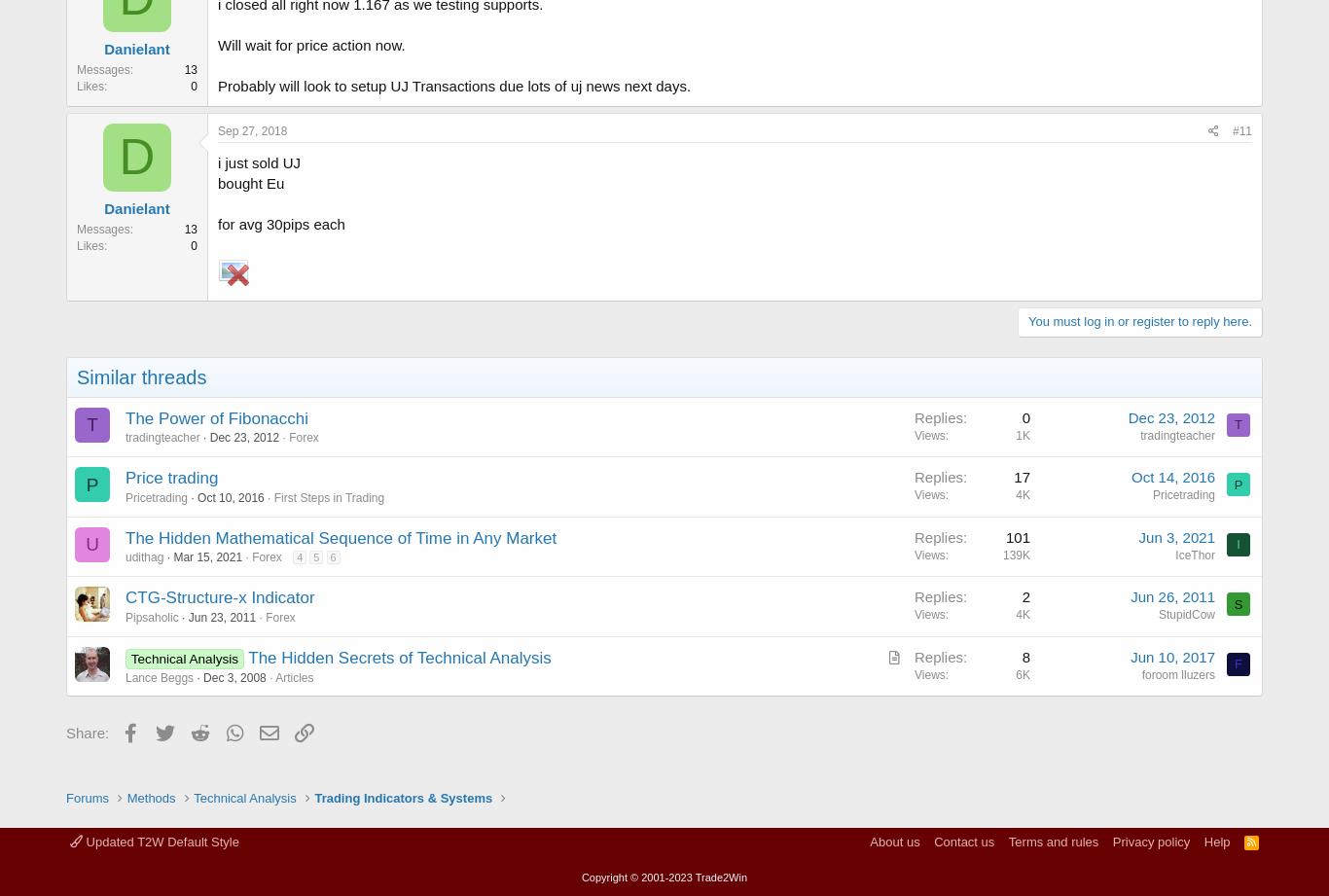  What do you see at coordinates (88, 797) in the screenshot?
I see `'Forums'` at bounding box center [88, 797].